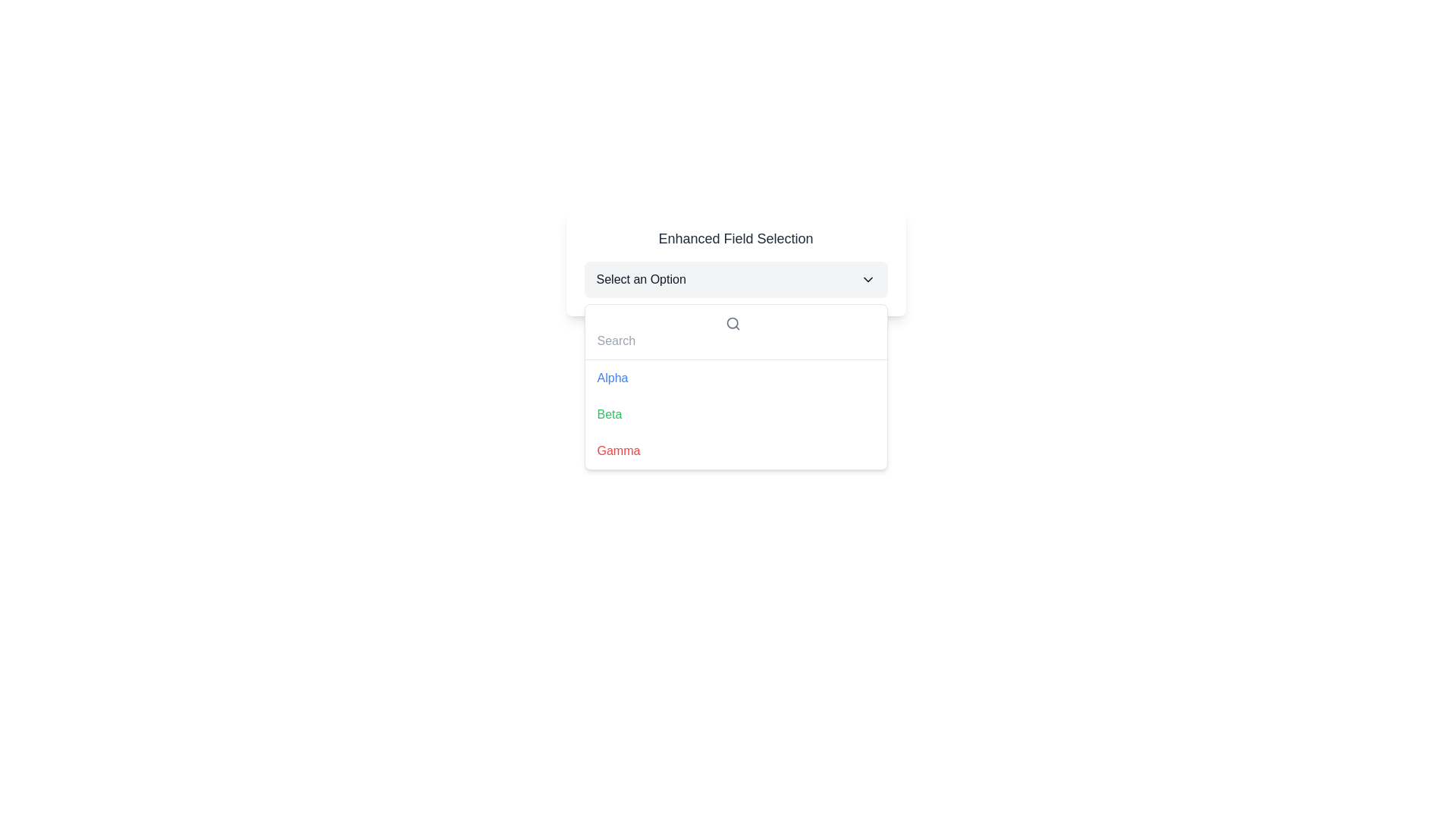 Image resolution: width=1456 pixels, height=819 pixels. Describe the element at coordinates (736, 415) in the screenshot. I see `the second item in the dropdown menu list` at that location.